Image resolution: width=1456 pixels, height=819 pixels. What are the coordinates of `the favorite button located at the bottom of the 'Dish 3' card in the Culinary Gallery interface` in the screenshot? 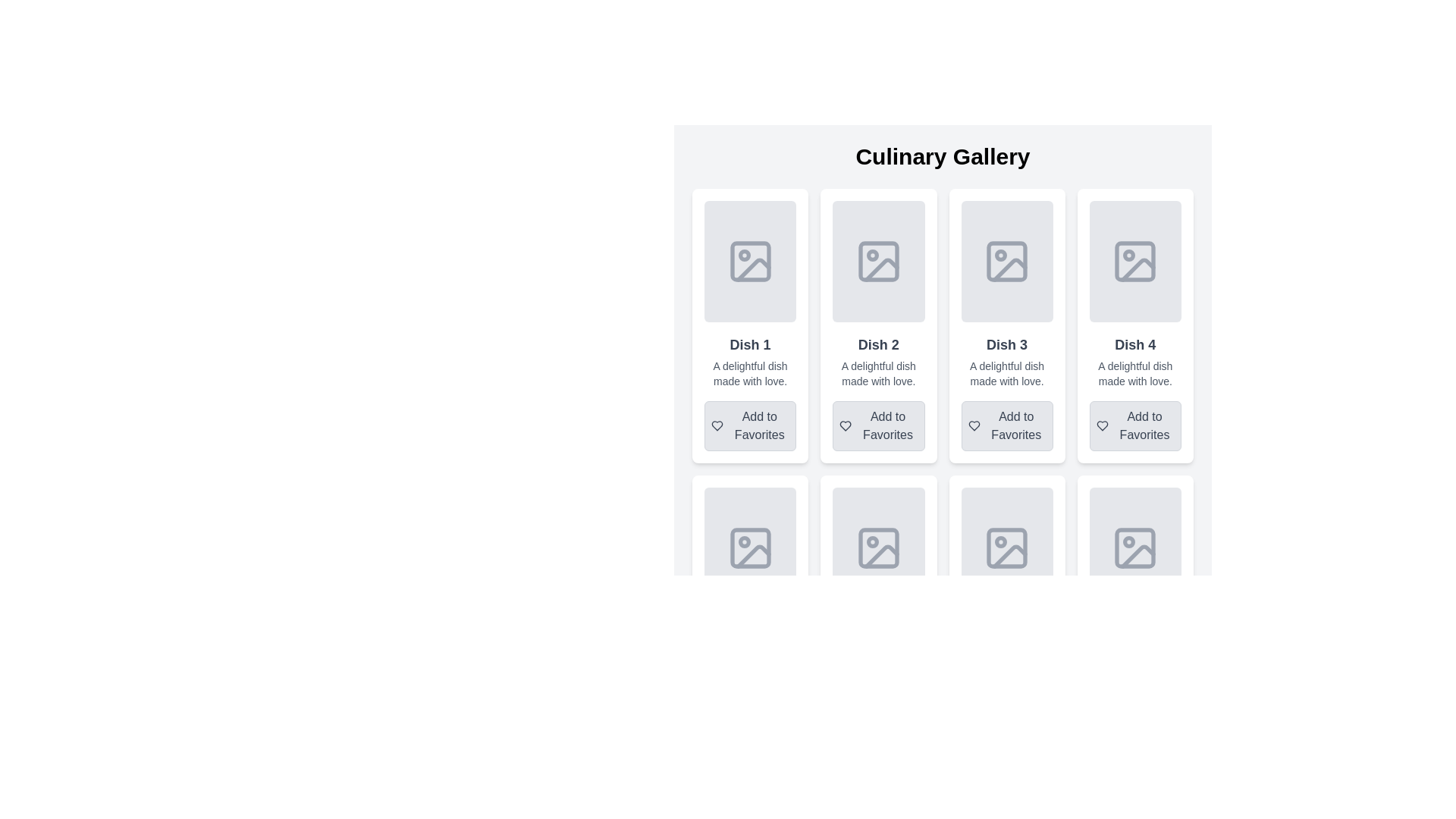 It's located at (1007, 426).